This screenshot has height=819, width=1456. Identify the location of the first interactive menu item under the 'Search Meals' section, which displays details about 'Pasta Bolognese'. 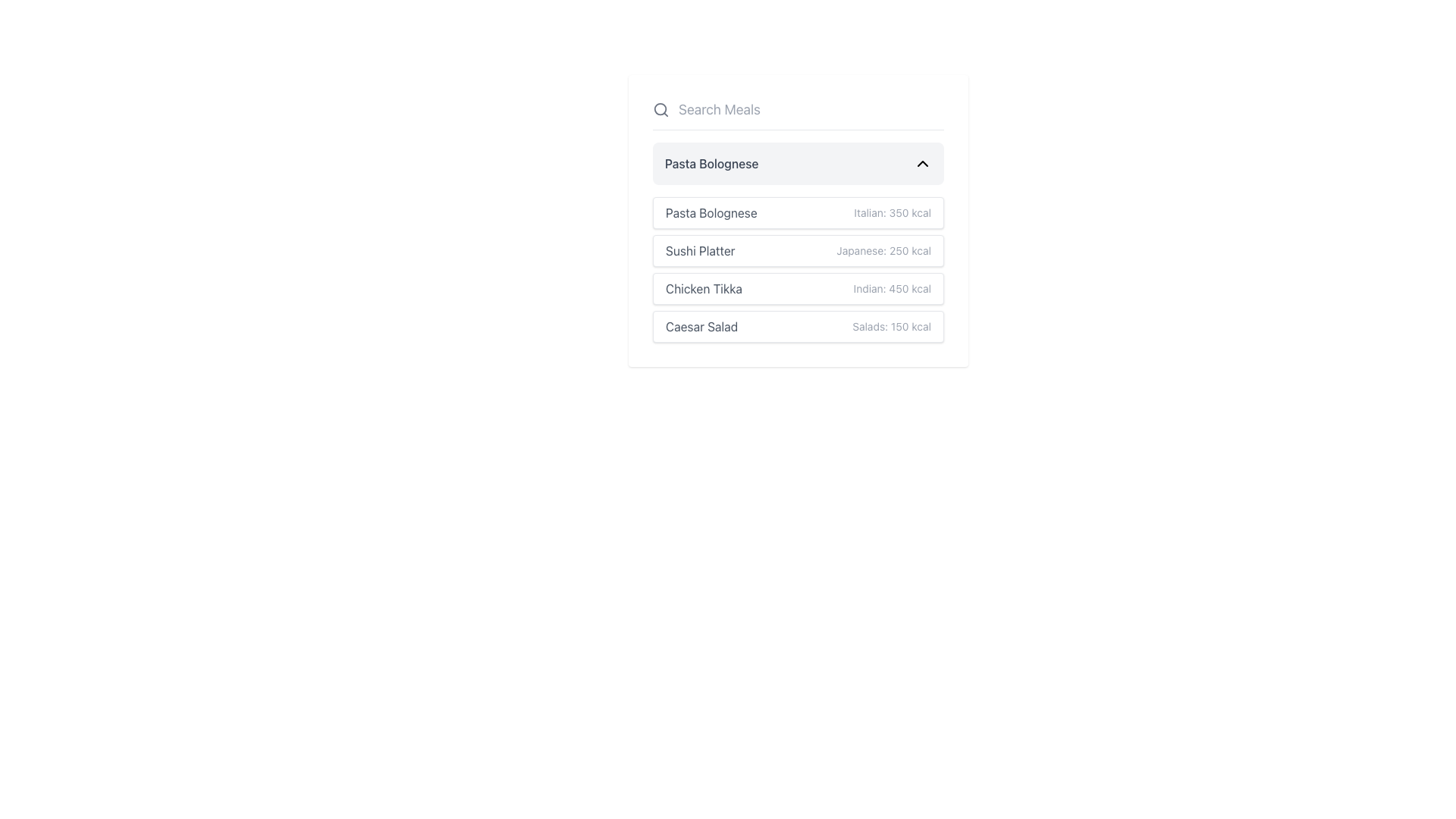
(797, 213).